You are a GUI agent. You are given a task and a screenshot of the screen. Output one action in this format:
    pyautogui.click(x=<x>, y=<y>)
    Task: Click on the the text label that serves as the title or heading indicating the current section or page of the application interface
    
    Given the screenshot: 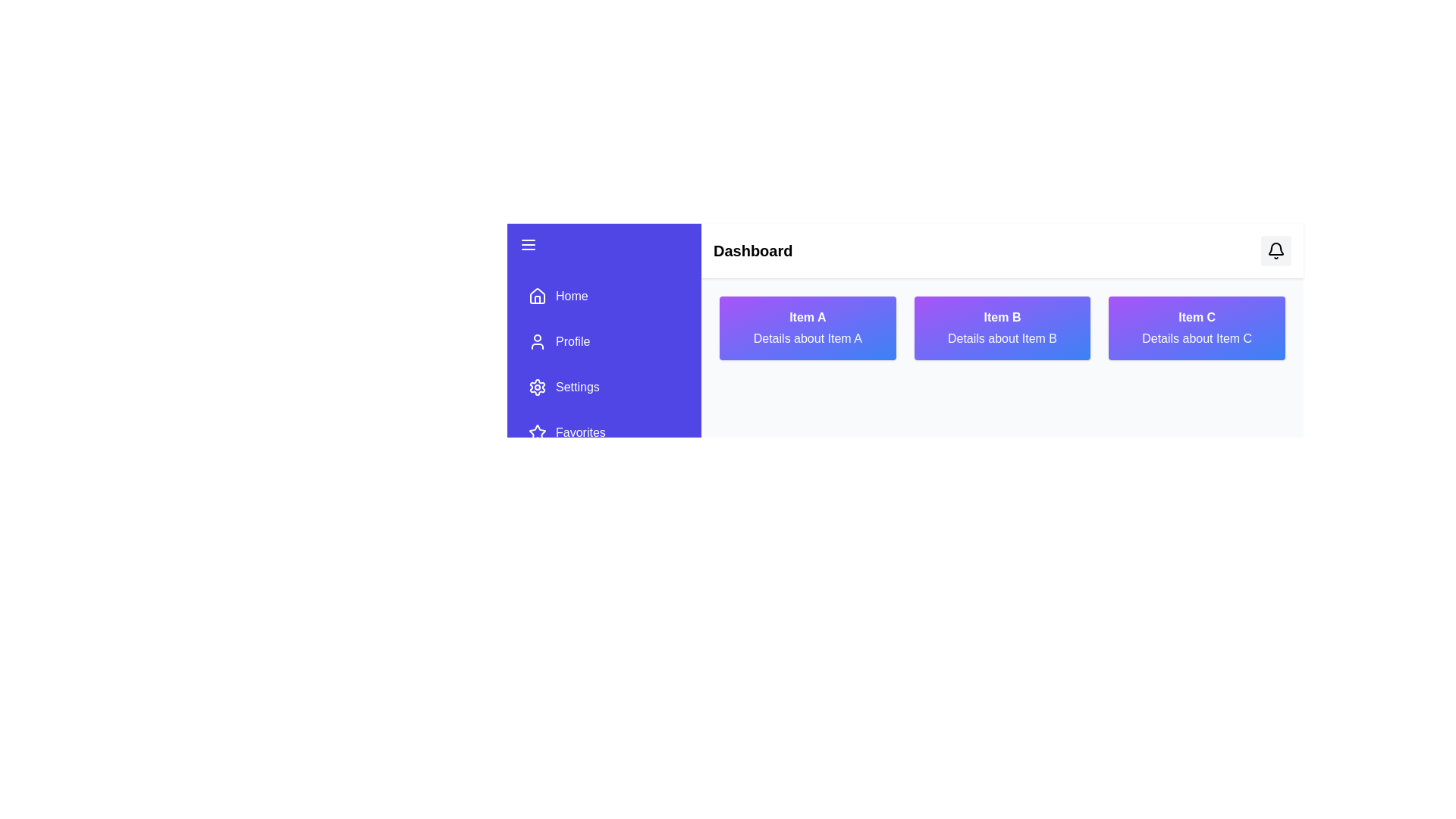 What is the action you would take?
    pyautogui.click(x=753, y=250)
    